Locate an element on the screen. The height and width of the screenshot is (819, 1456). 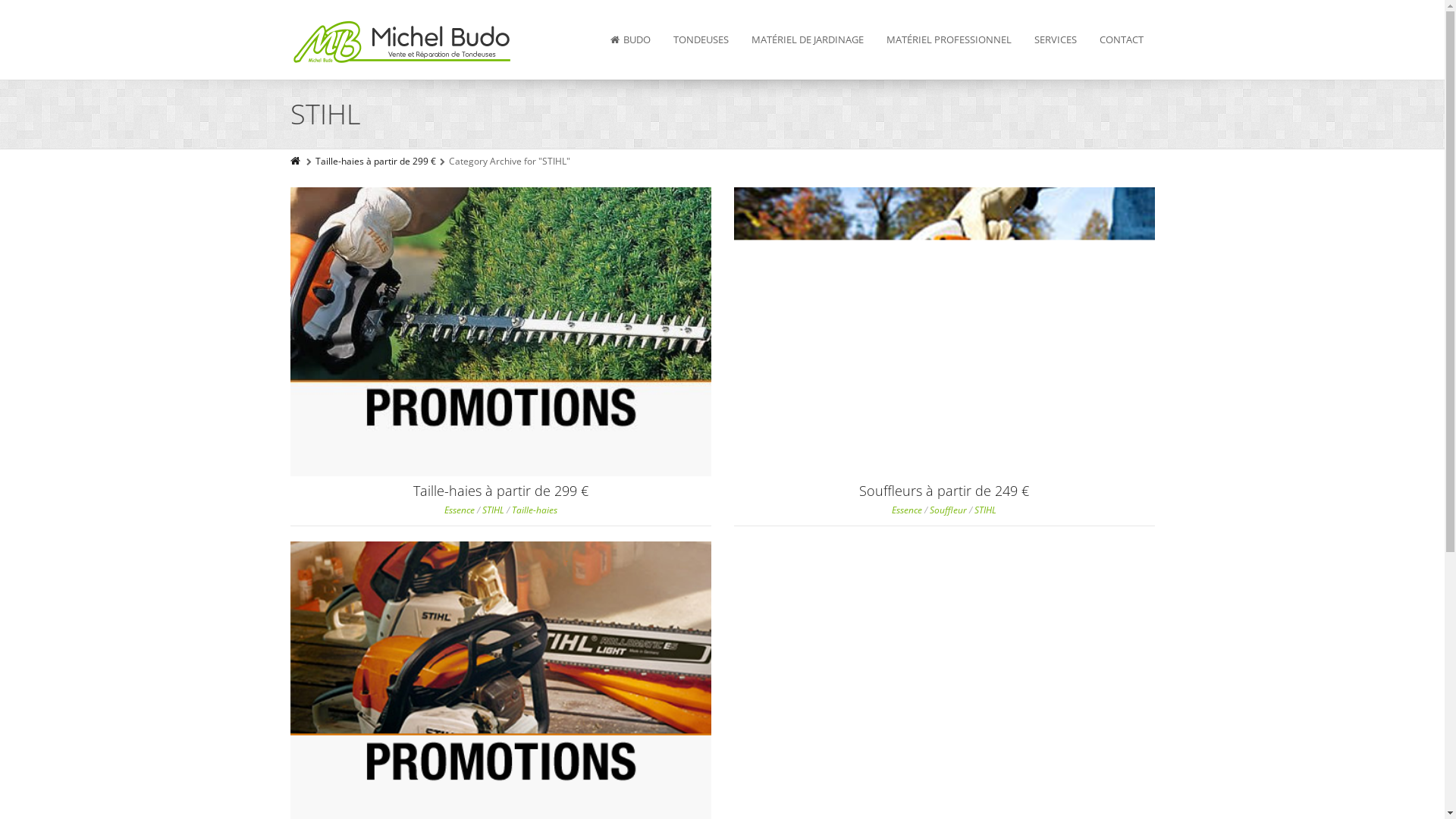
'Home' is located at coordinates (295, 161).